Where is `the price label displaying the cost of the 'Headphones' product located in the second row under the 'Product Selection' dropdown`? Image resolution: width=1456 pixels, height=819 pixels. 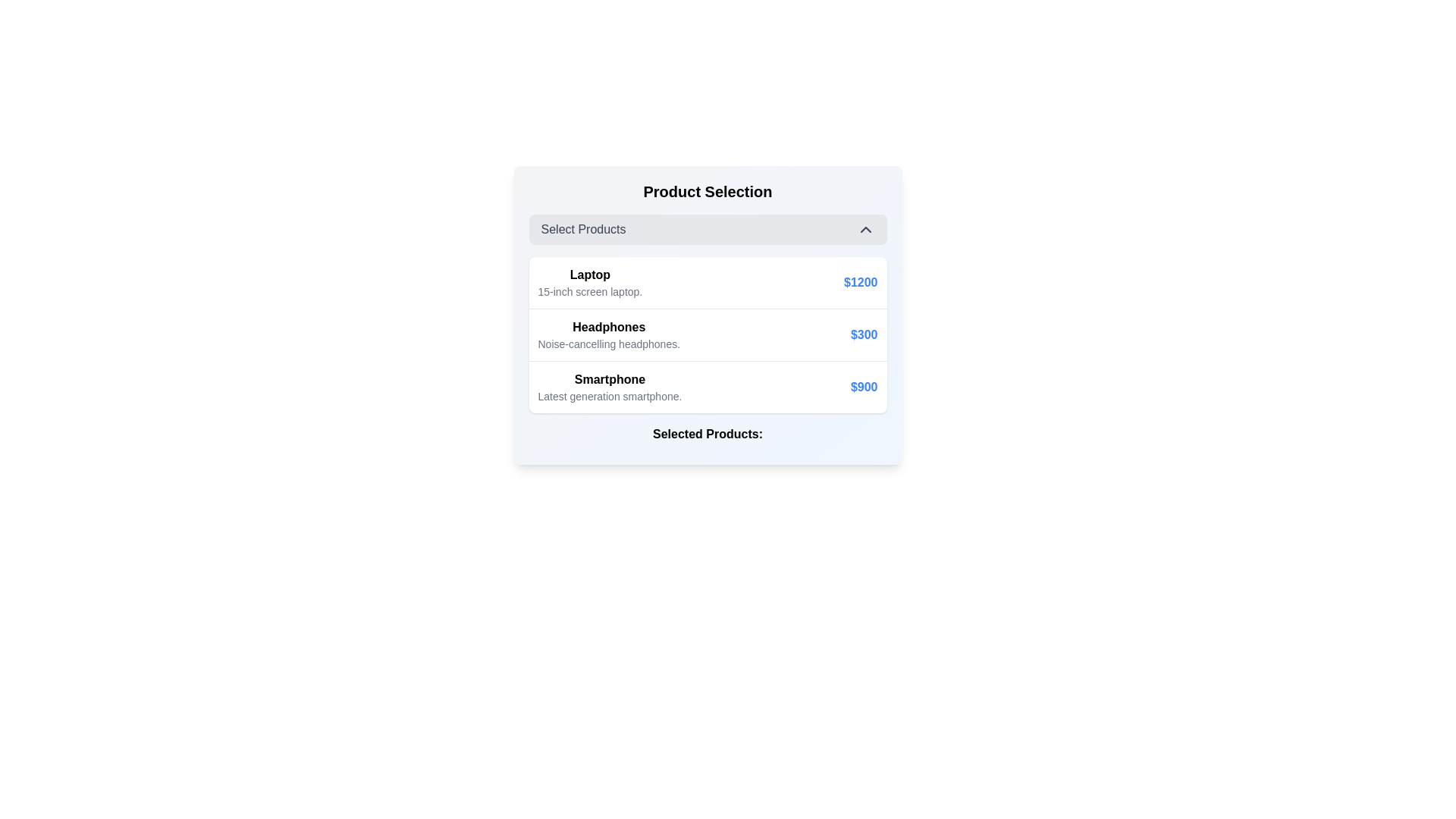 the price label displaying the cost of the 'Headphones' product located in the second row under the 'Product Selection' dropdown is located at coordinates (864, 334).